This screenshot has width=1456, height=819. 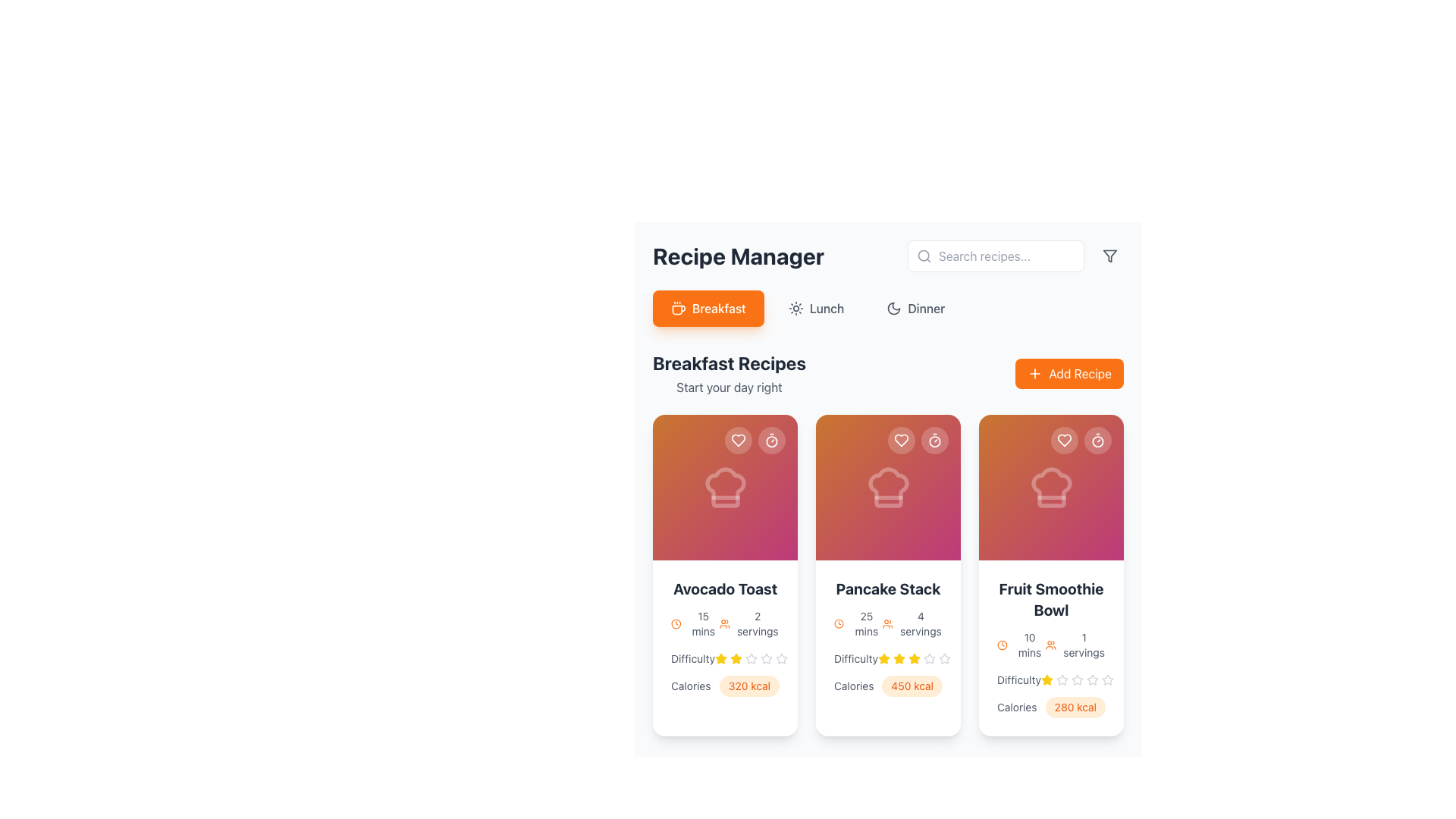 I want to click on the clock icon located at the top left of the card, which represents the time duration of '10 mins' for the recipe, so click(x=1002, y=645).